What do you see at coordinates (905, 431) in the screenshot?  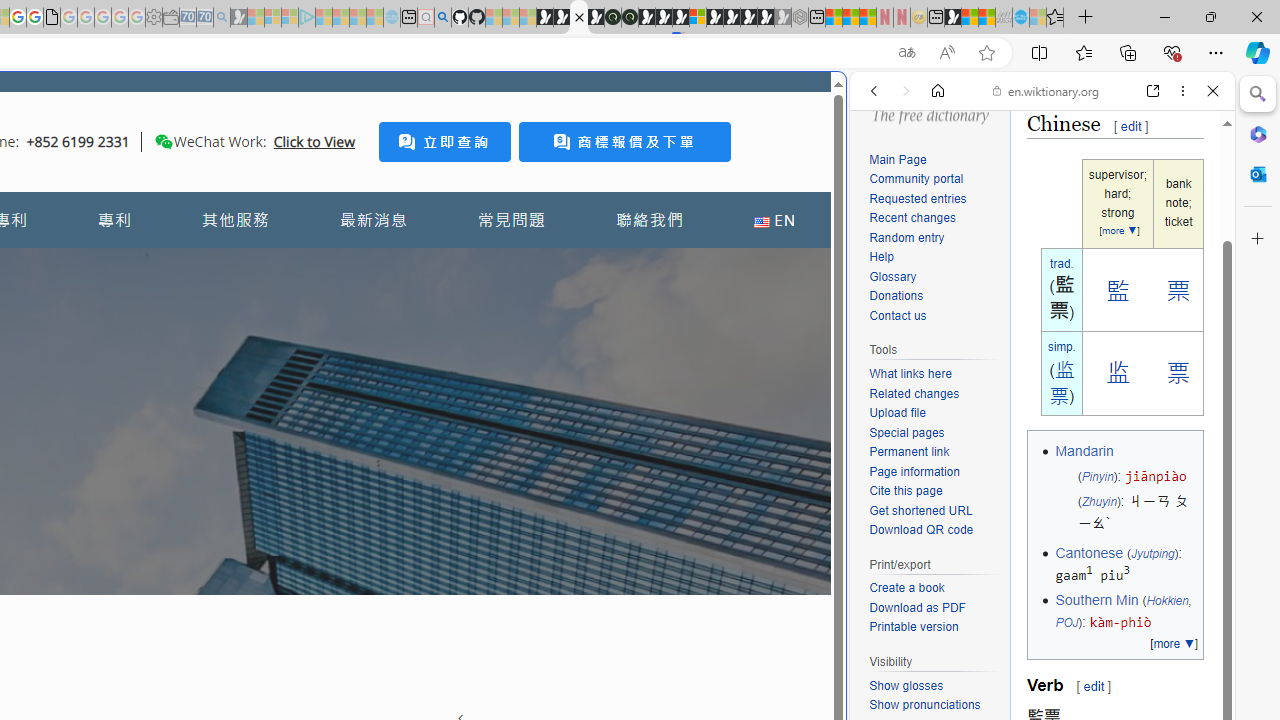 I see `'Special pages'` at bounding box center [905, 431].